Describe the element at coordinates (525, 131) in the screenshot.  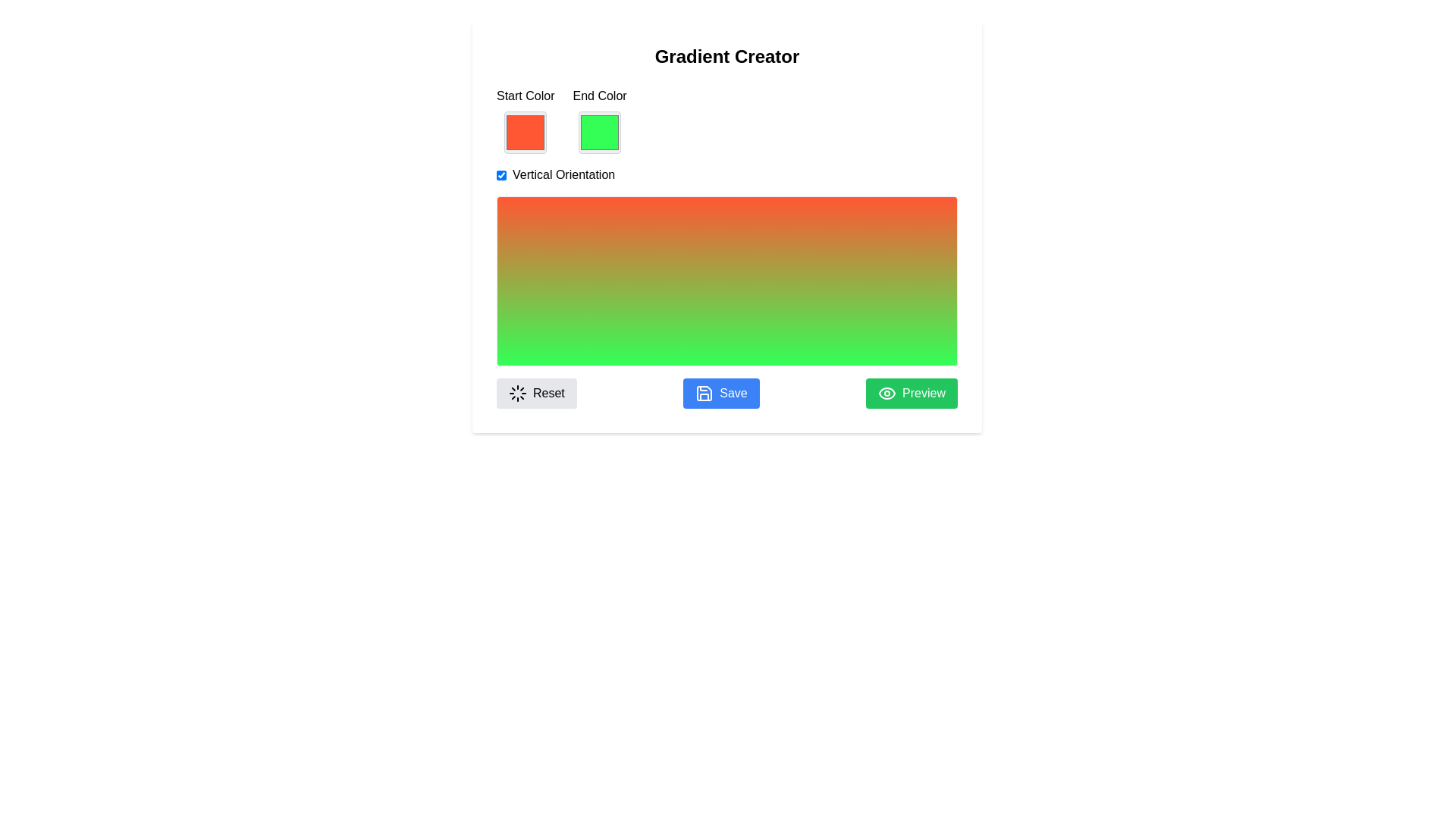
I see `the Button (Color Picker) located in the top-left area of the gradient customization interface` at that location.